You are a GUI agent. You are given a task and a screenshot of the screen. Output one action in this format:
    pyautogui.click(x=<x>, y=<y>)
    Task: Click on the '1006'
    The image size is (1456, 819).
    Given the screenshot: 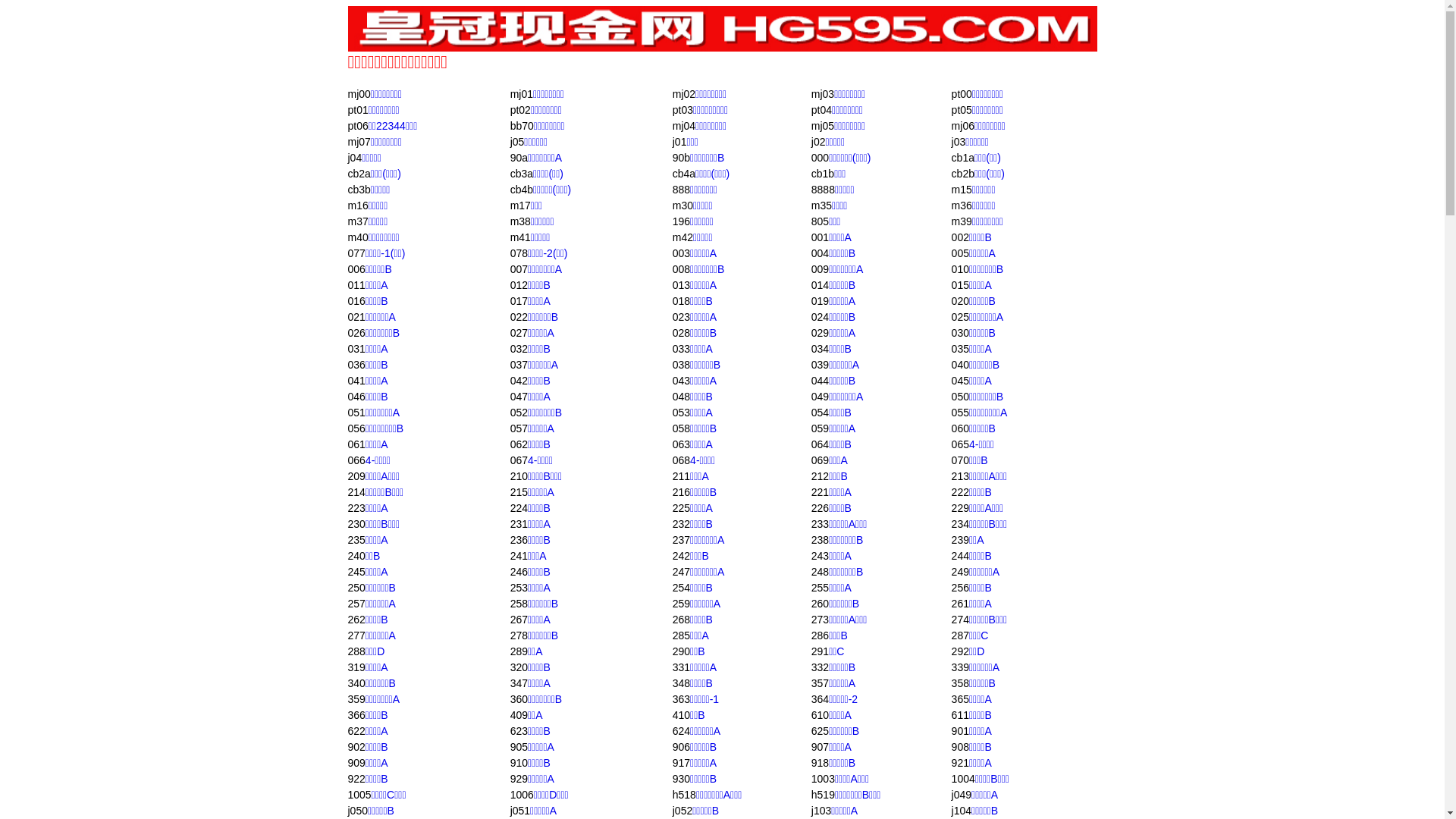 What is the action you would take?
    pyautogui.click(x=510, y=794)
    